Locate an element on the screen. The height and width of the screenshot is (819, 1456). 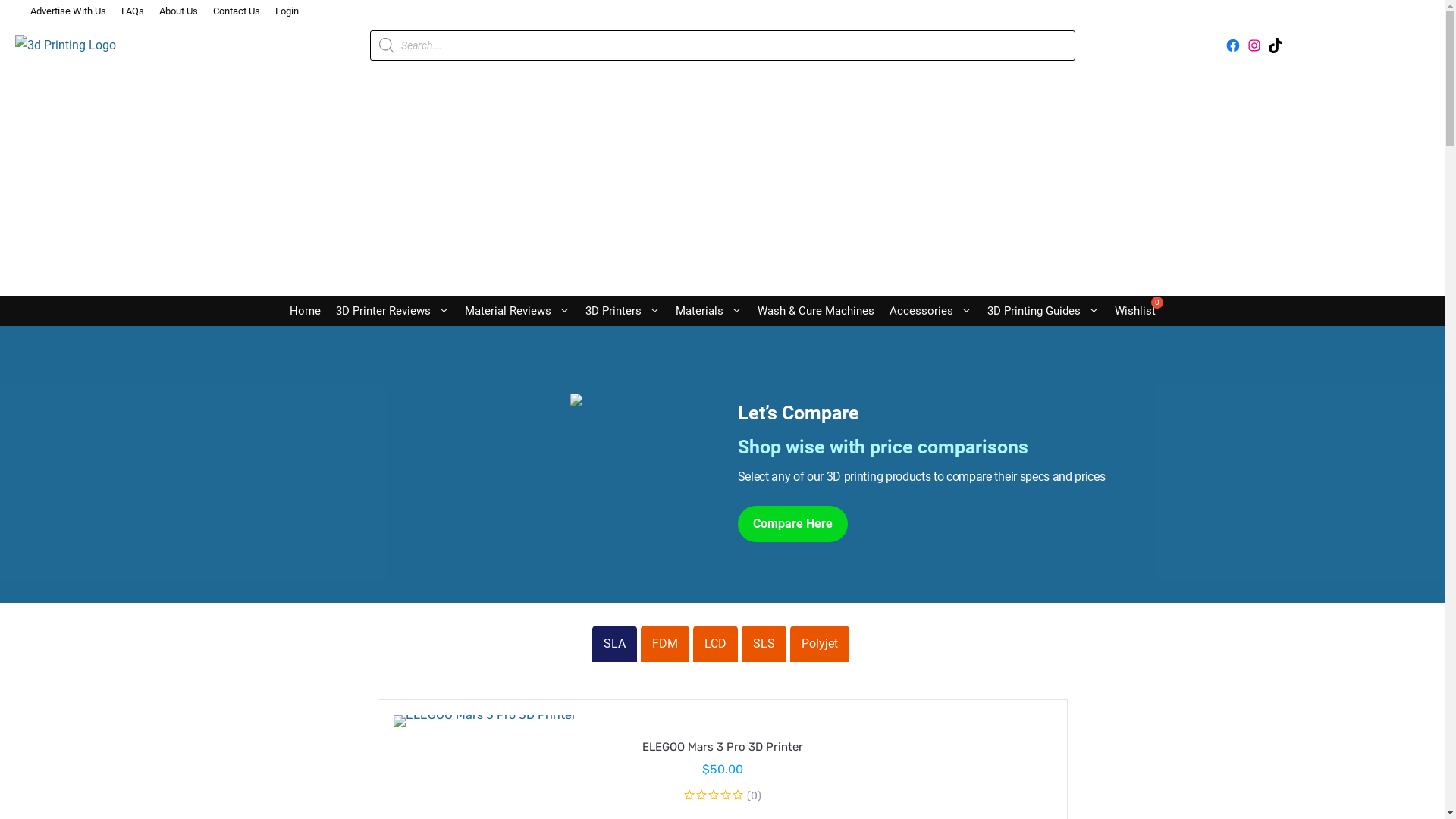
'Compare Here' is located at coordinates (791, 522).